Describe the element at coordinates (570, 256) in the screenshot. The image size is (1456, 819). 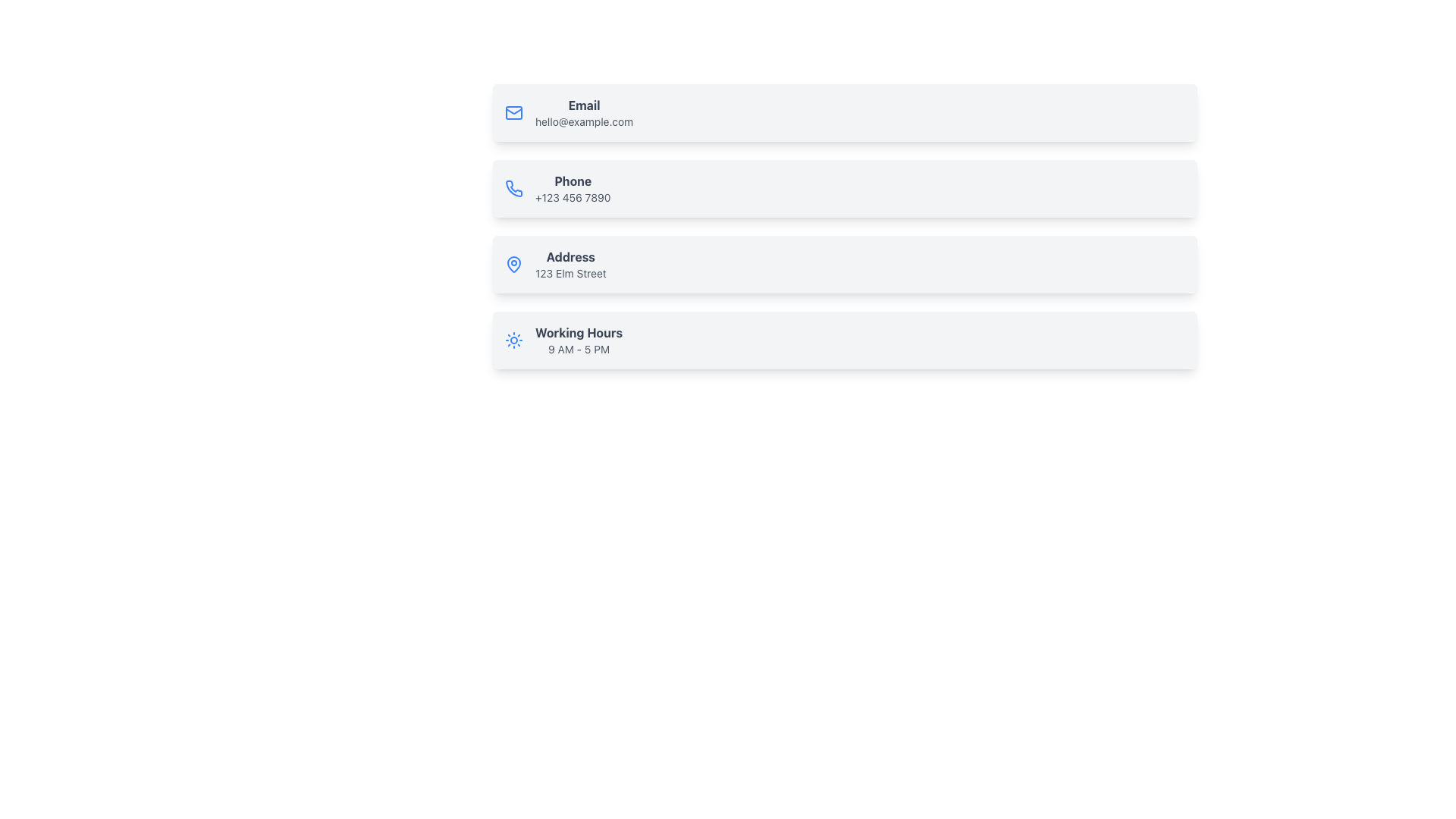
I see `the Text label that serves as a heading for the address content, located within the 'Address' card, positioned below the 'Phone' card and above the 'Working Hours' card, adjacent to a location icon` at that location.